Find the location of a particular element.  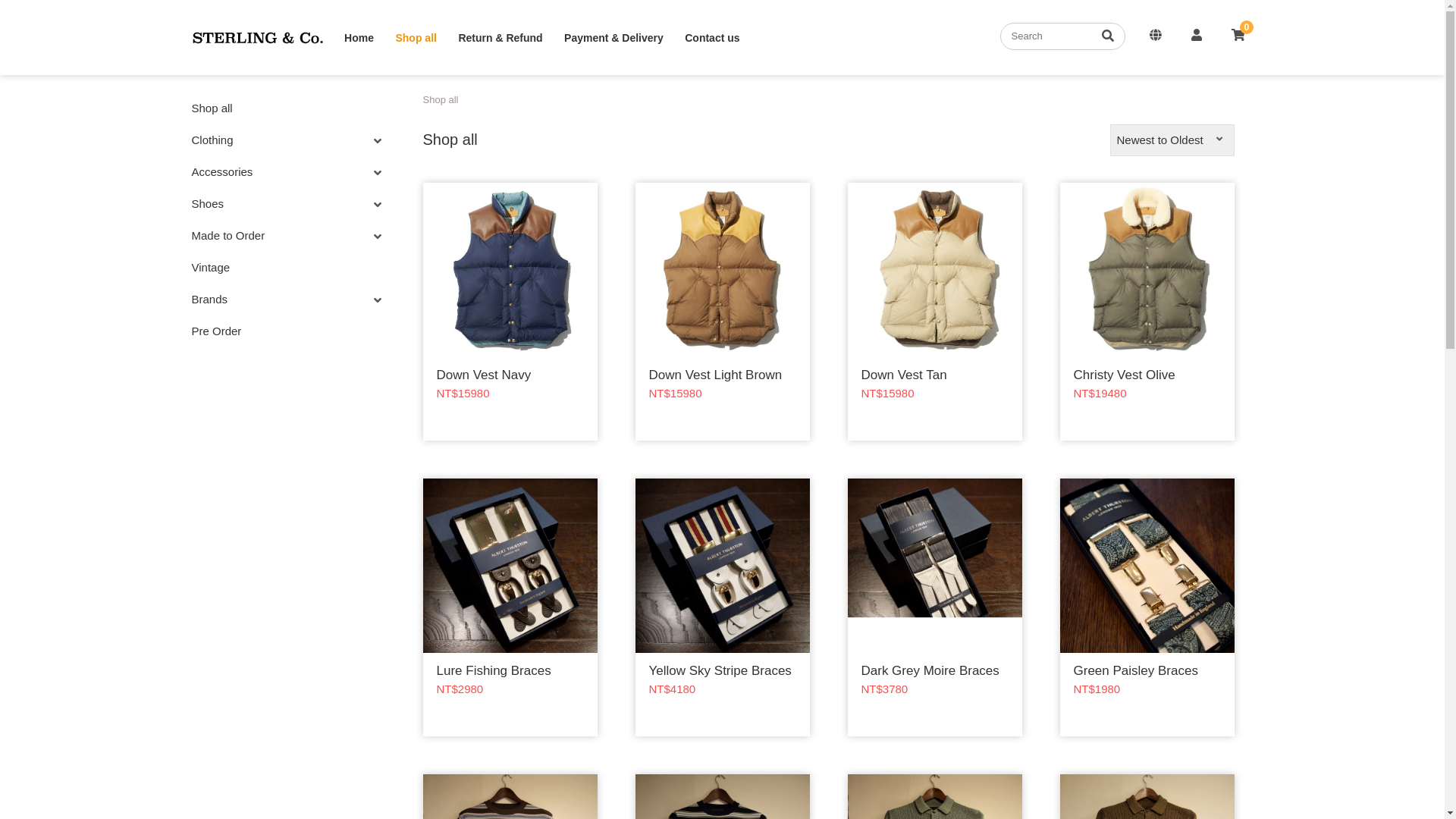

'Clothing' is located at coordinates (190, 140).